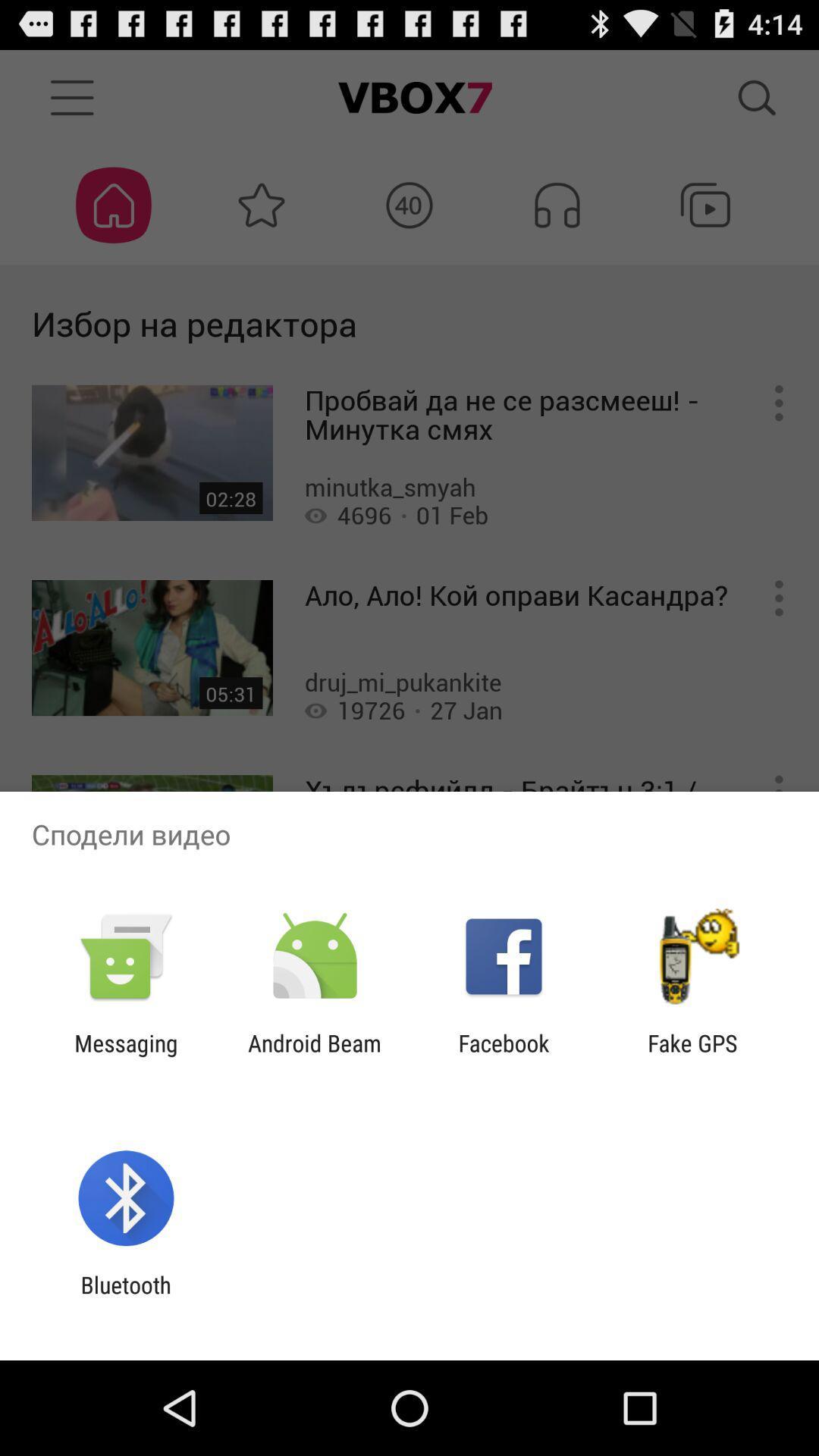  Describe the element at coordinates (692, 1056) in the screenshot. I see `the item to the right of the facebook icon` at that location.